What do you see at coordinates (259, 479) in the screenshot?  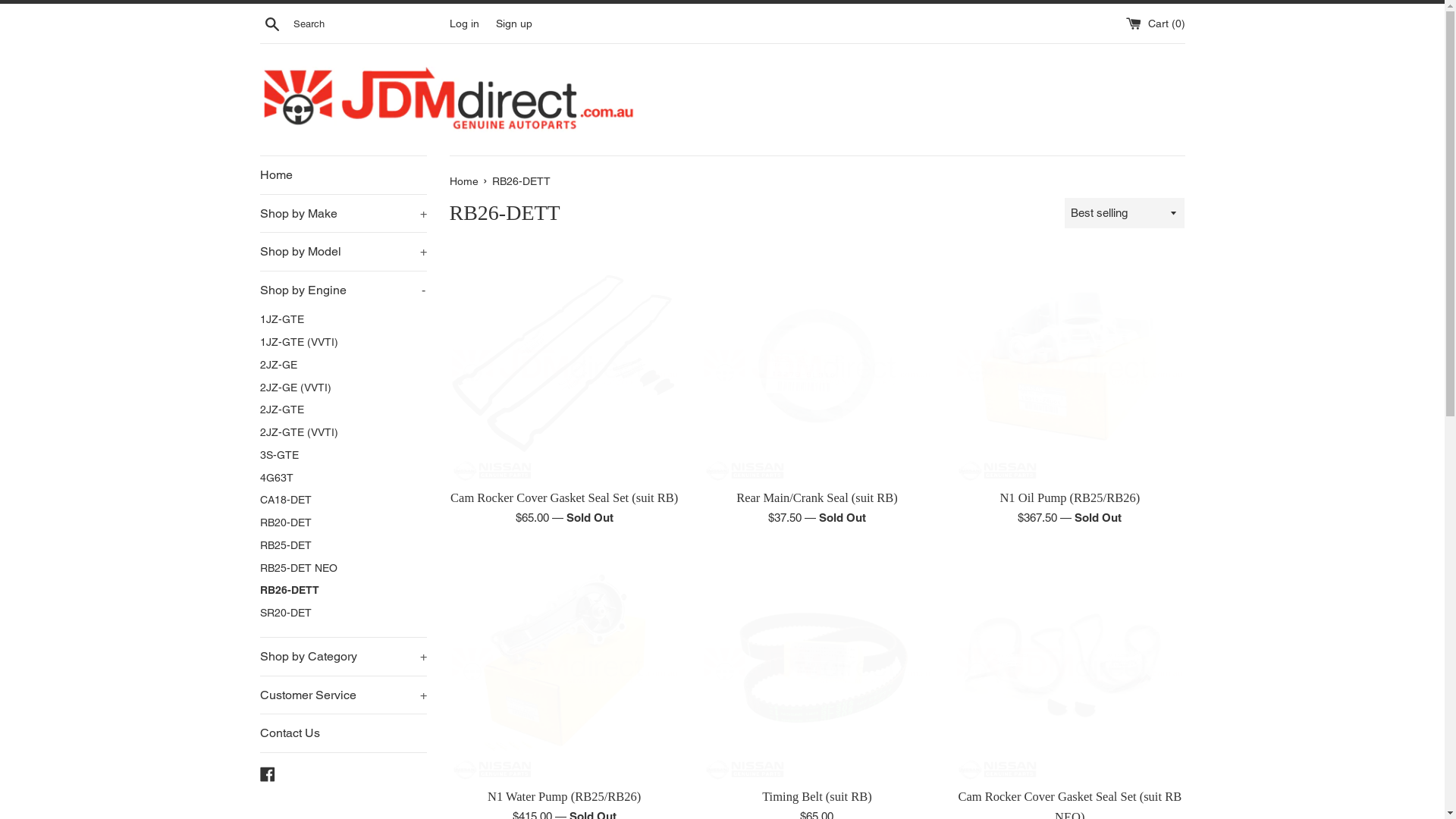 I see `'4G63T'` at bounding box center [259, 479].